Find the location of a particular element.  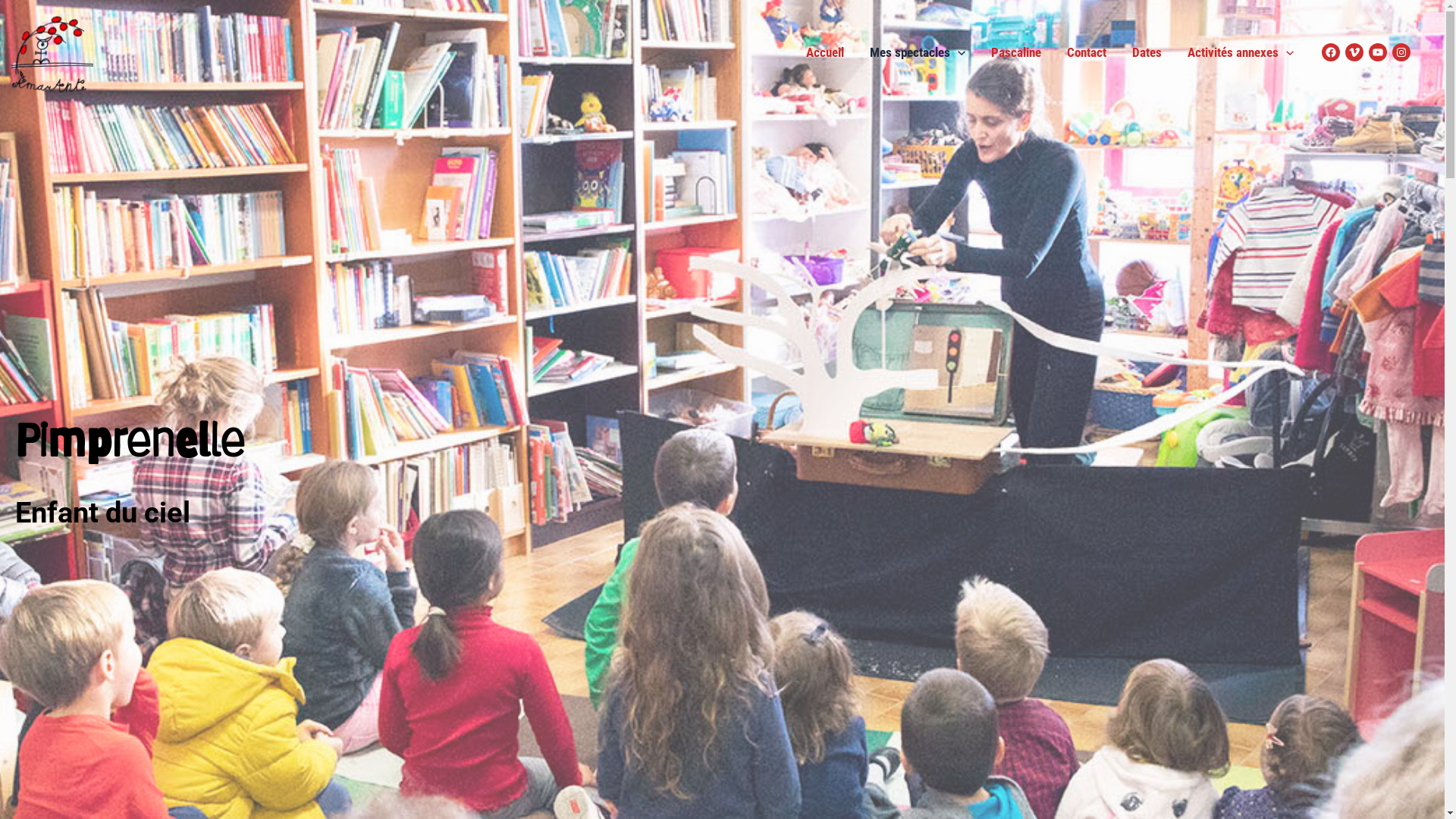

'Dates' is located at coordinates (1119, 52).